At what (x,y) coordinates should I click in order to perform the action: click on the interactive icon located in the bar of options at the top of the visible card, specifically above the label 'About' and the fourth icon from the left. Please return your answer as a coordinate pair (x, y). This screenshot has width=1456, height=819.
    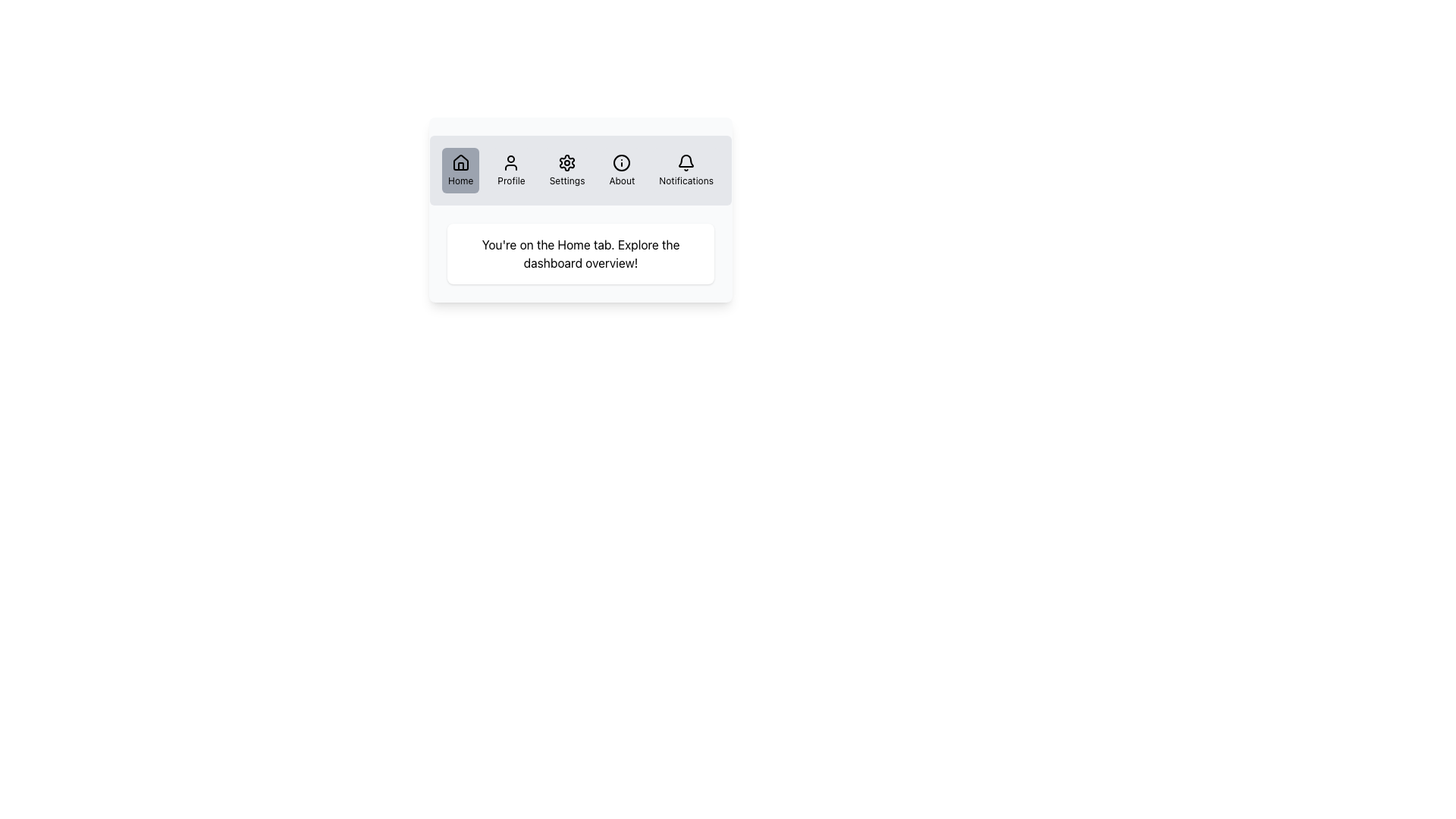
    Looking at the image, I should click on (622, 163).